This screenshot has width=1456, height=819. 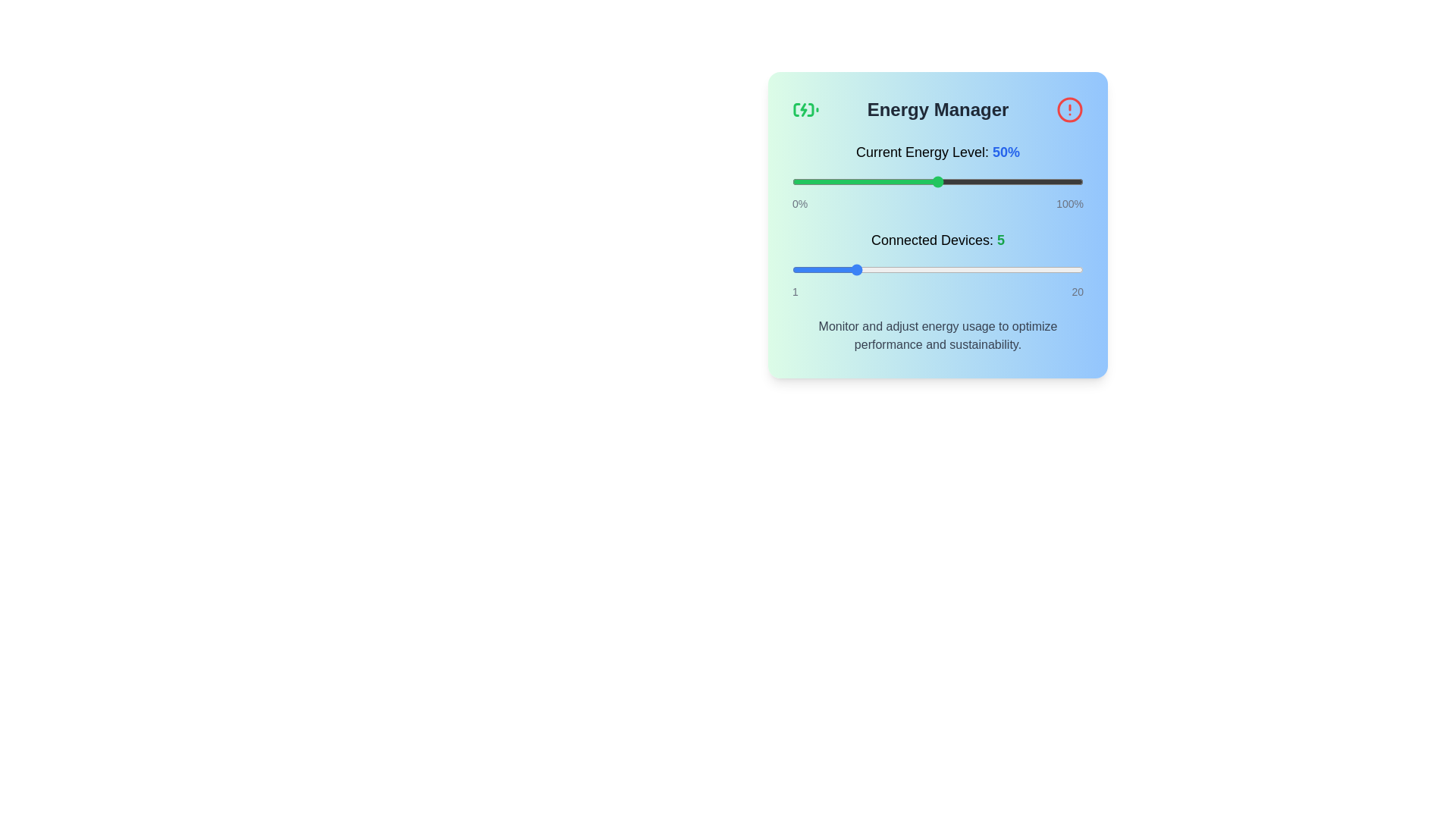 I want to click on the connected devices slider to 18, so click(x=1052, y=268).